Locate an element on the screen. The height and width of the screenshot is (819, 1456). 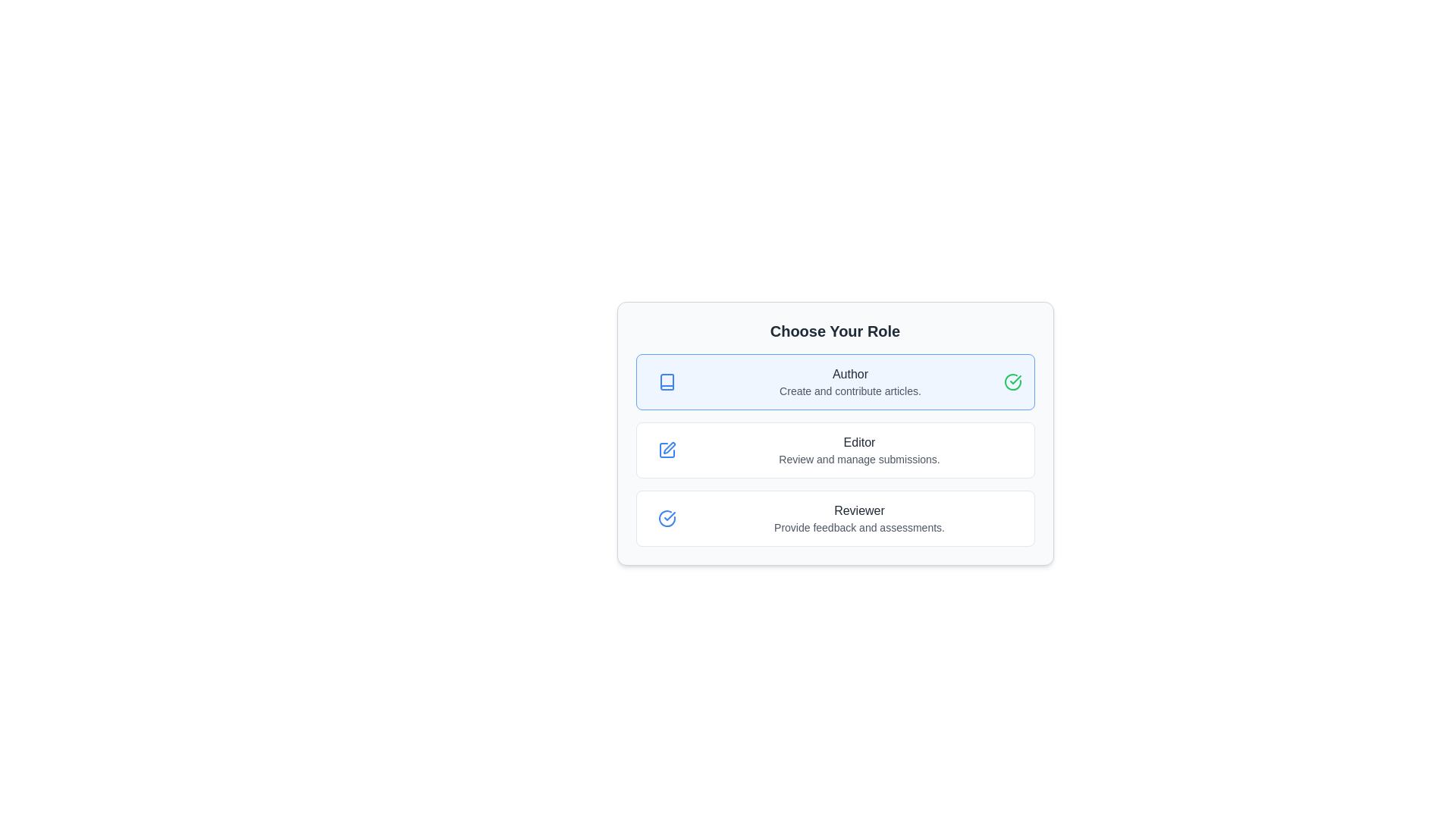
the pen icon located in the center of the circular button within the 'Editor' option in the 'Choose Your Role' section is located at coordinates (667, 450).